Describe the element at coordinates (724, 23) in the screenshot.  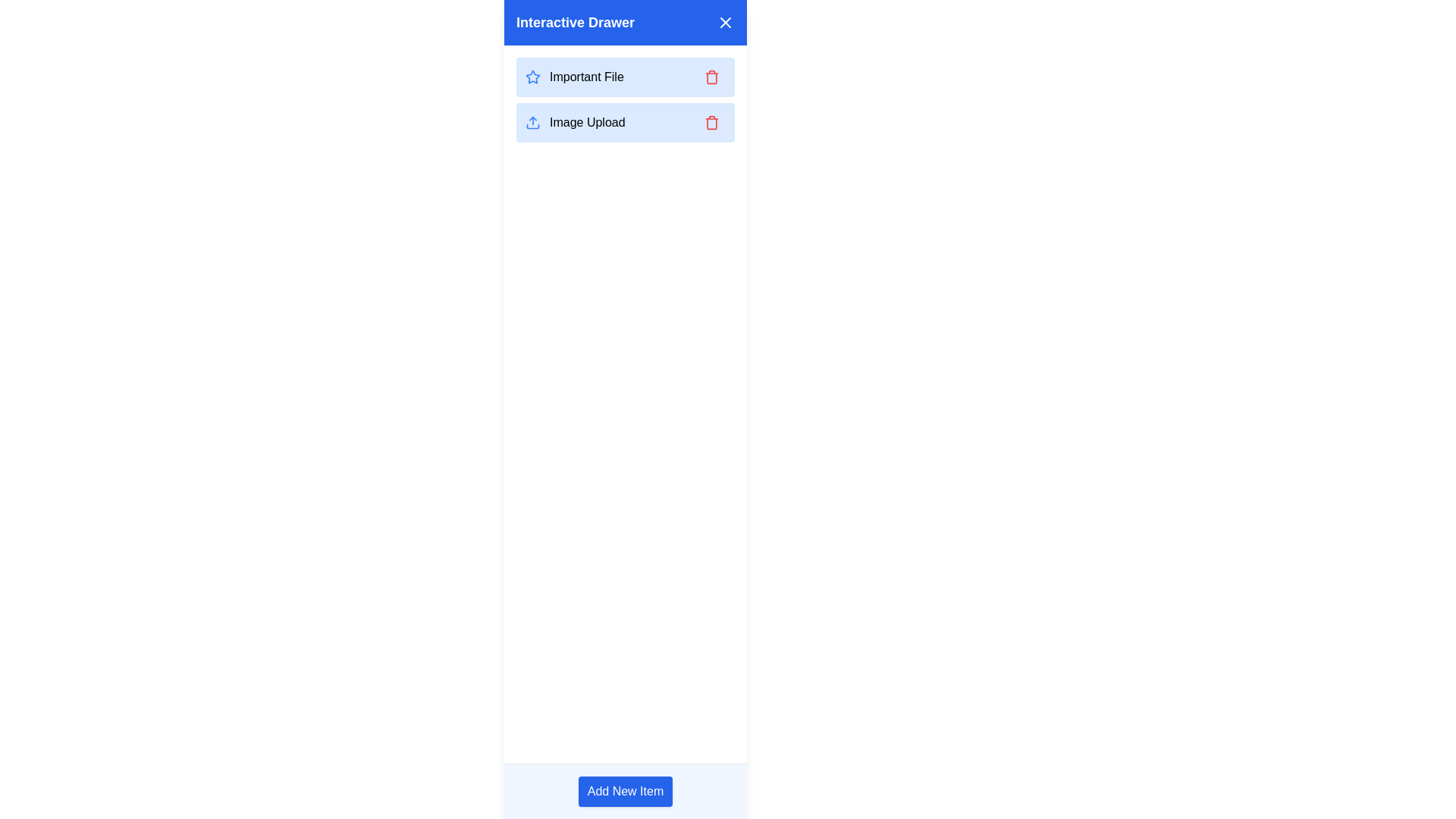
I see `the 'X' icon located in the top-right corner of the blue header, which is used` at that location.